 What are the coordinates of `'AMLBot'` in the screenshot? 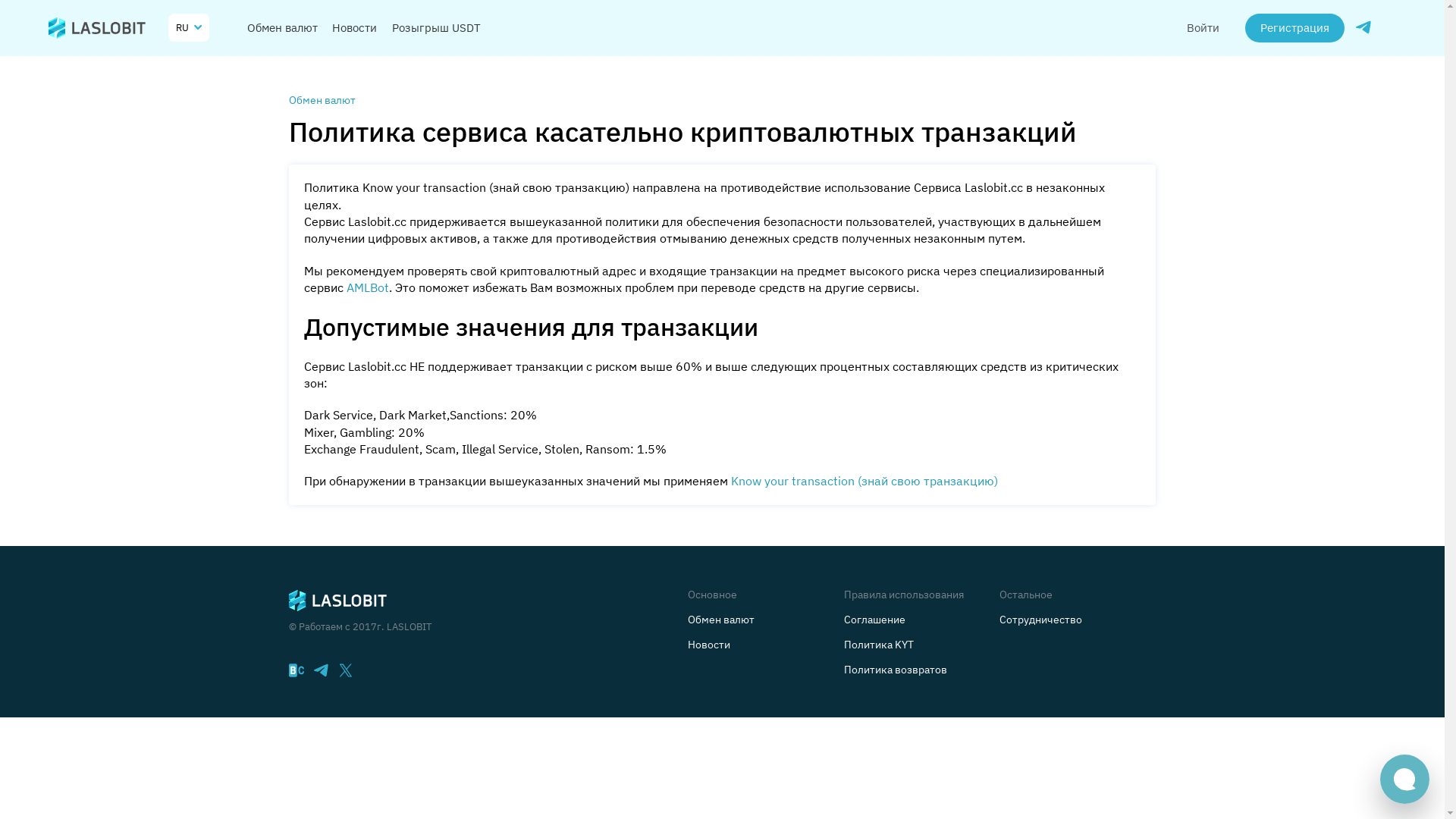 It's located at (371, 290).